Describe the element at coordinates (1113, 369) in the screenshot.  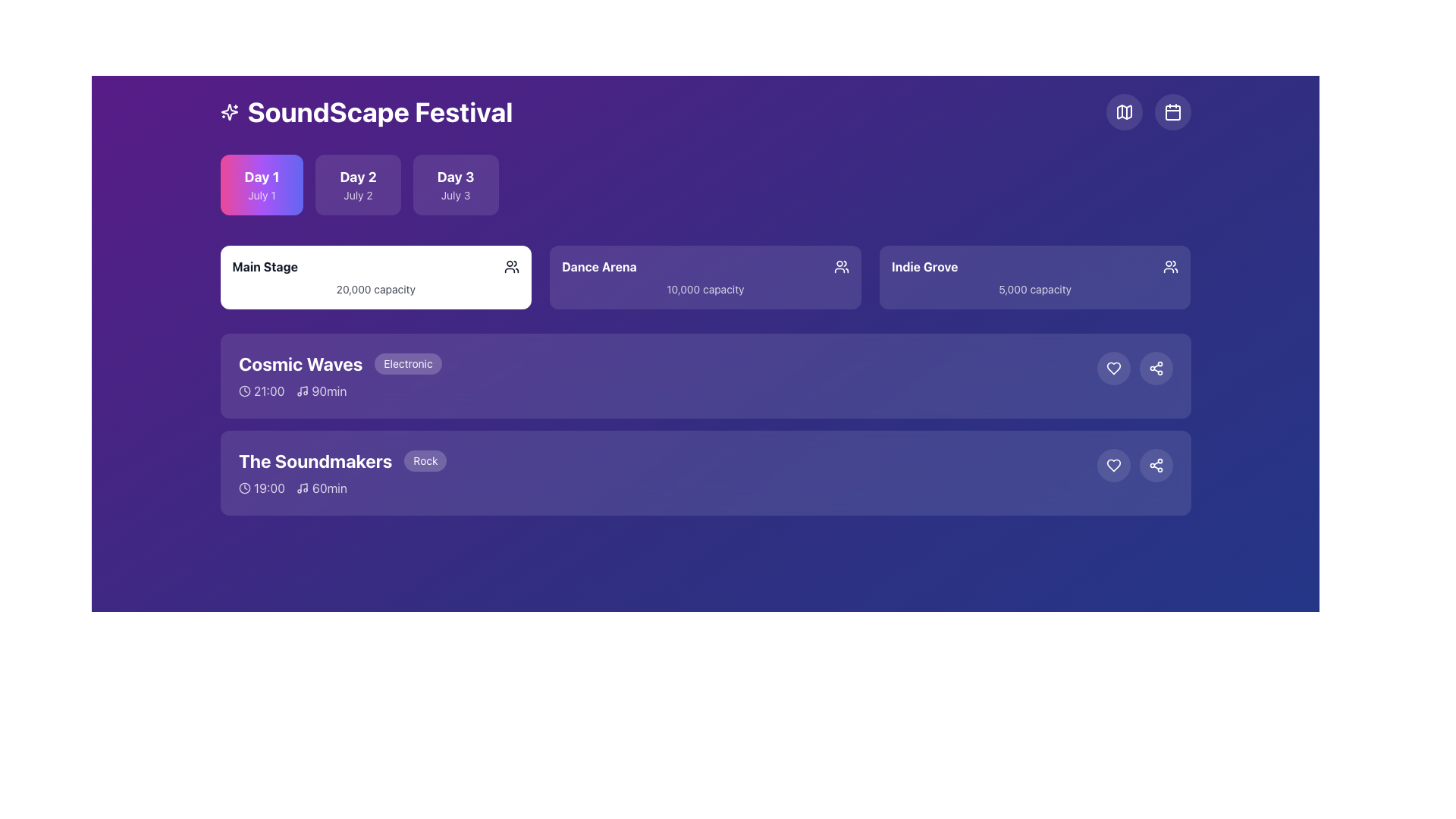
I see `the heart icon located at the bottom right corner of the 'The Soundmakers' section` at that location.